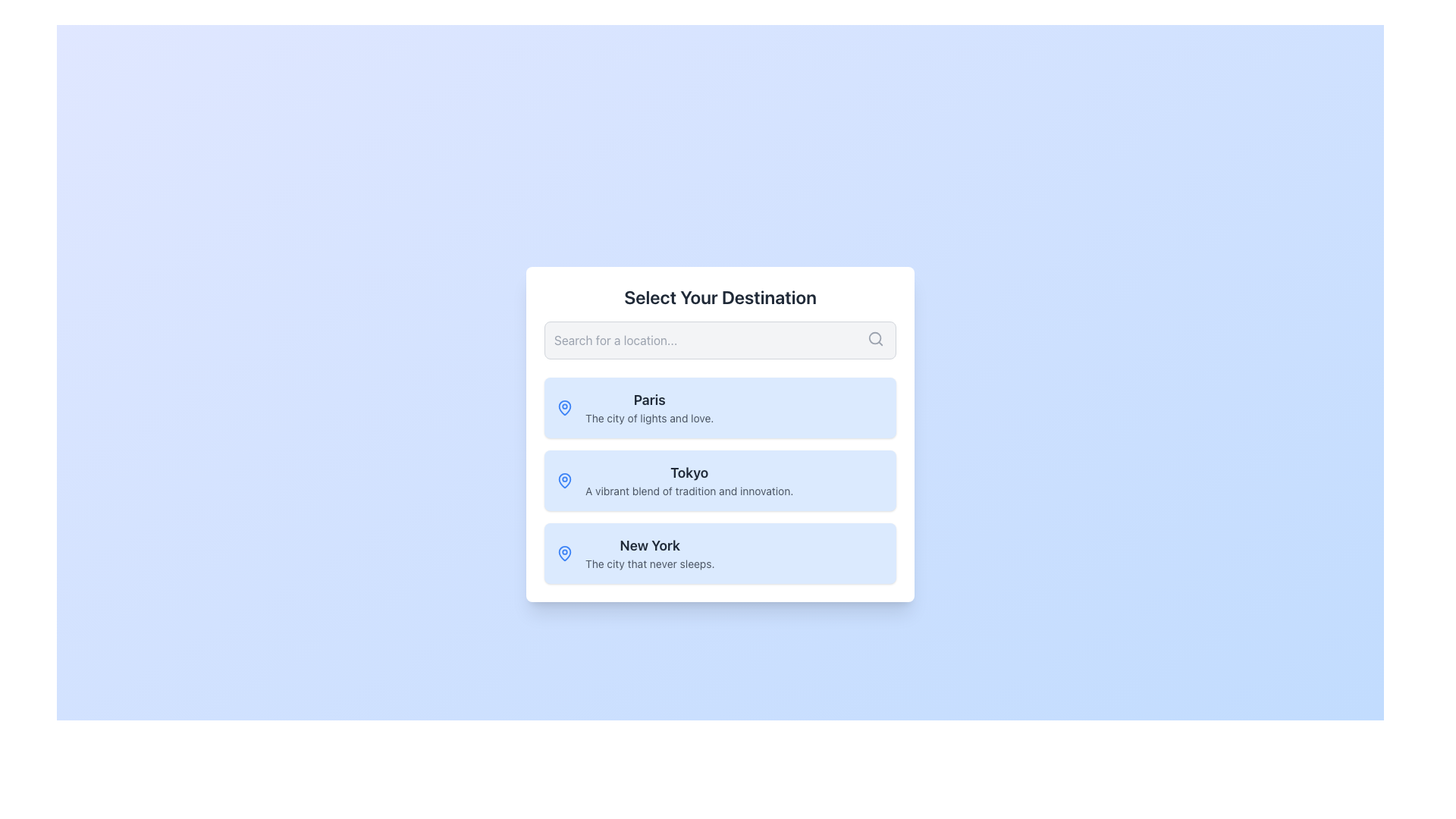 The width and height of the screenshot is (1456, 819). I want to click on the static text display containing the content 'A vibrant blend of tradition and innovation.' which is positioned beneath the title 'Tokyo', so click(689, 491).